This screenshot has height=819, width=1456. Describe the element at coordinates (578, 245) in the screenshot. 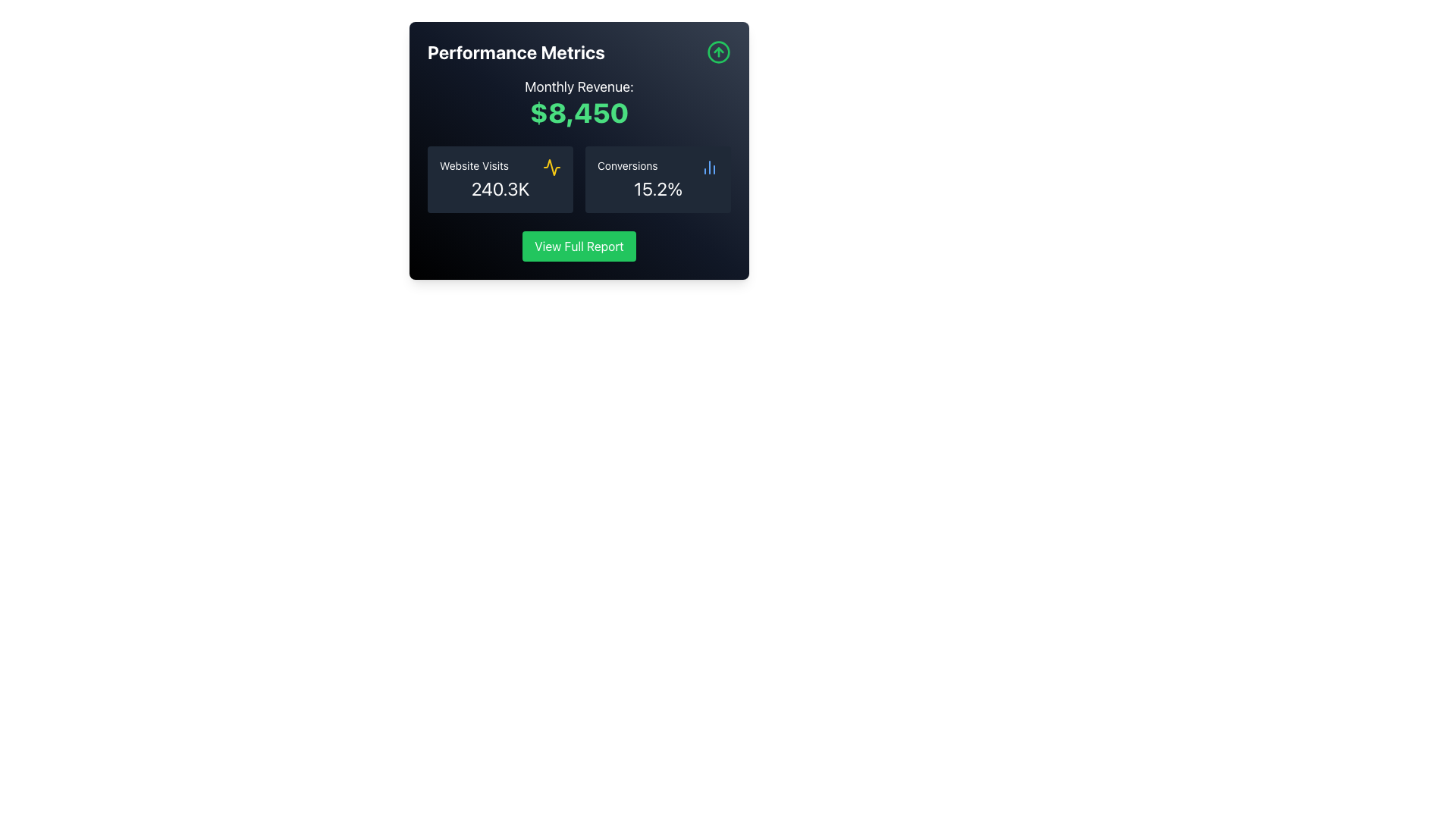

I see `the button located centrally beneath the main performance metrics section` at that location.